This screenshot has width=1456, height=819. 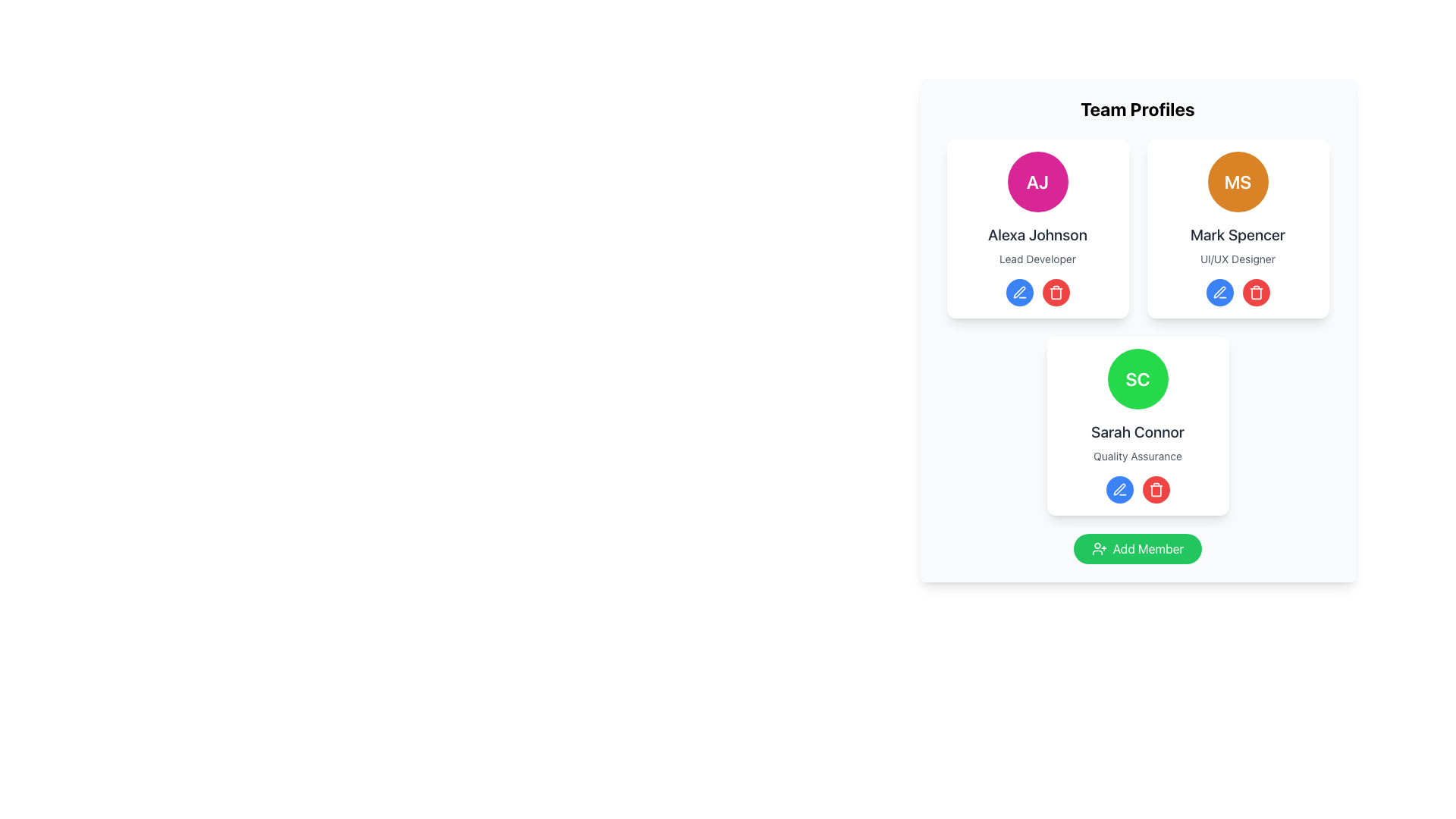 What do you see at coordinates (1055, 292) in the screenshot?
I see `the red circular button with a white trash can icon located under the label 'Alexa Johnson'` at bounding box center [1055, 292].